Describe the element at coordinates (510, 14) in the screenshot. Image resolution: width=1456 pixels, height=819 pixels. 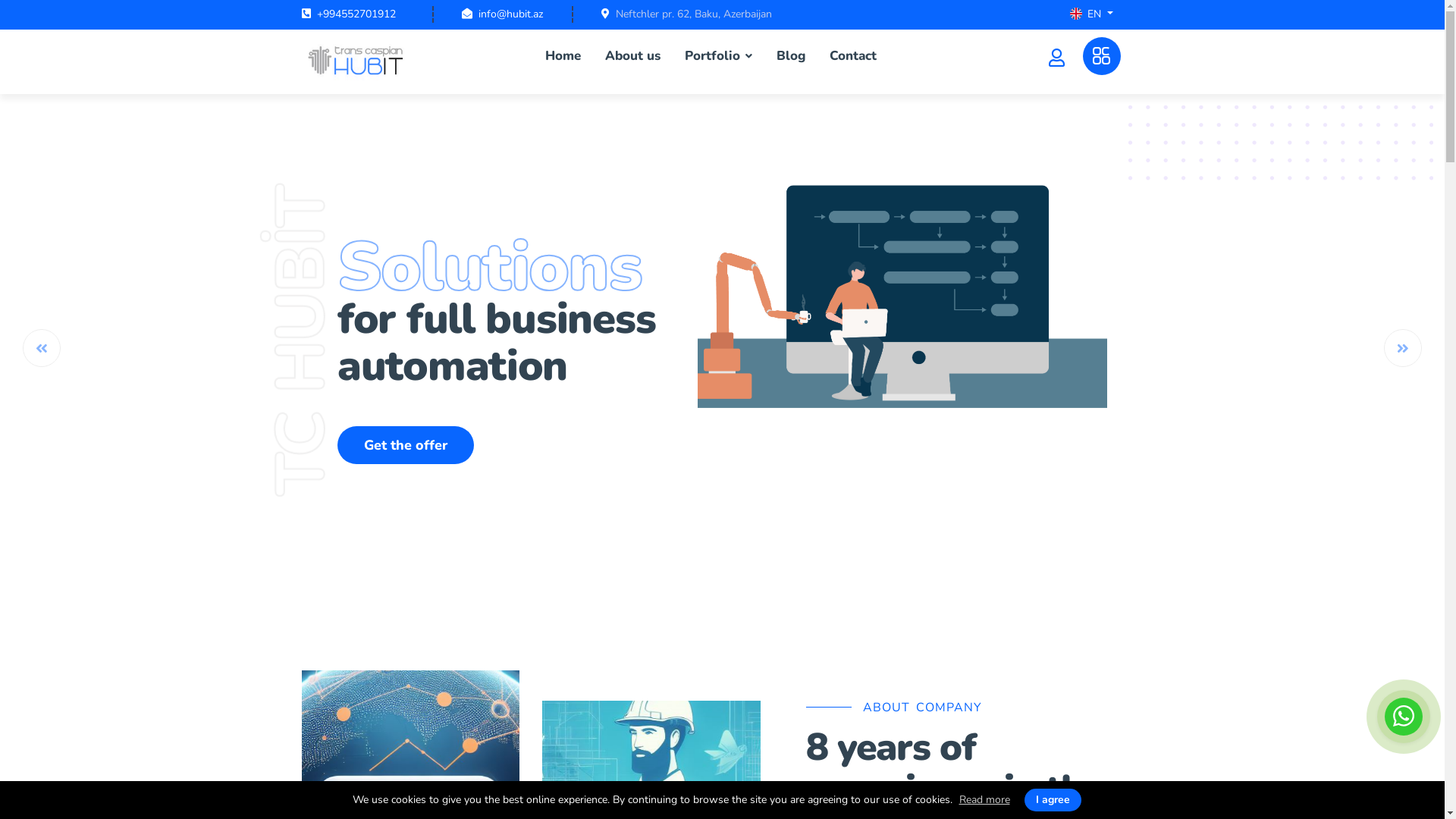
I see `'info@hubit.az'` at that location.